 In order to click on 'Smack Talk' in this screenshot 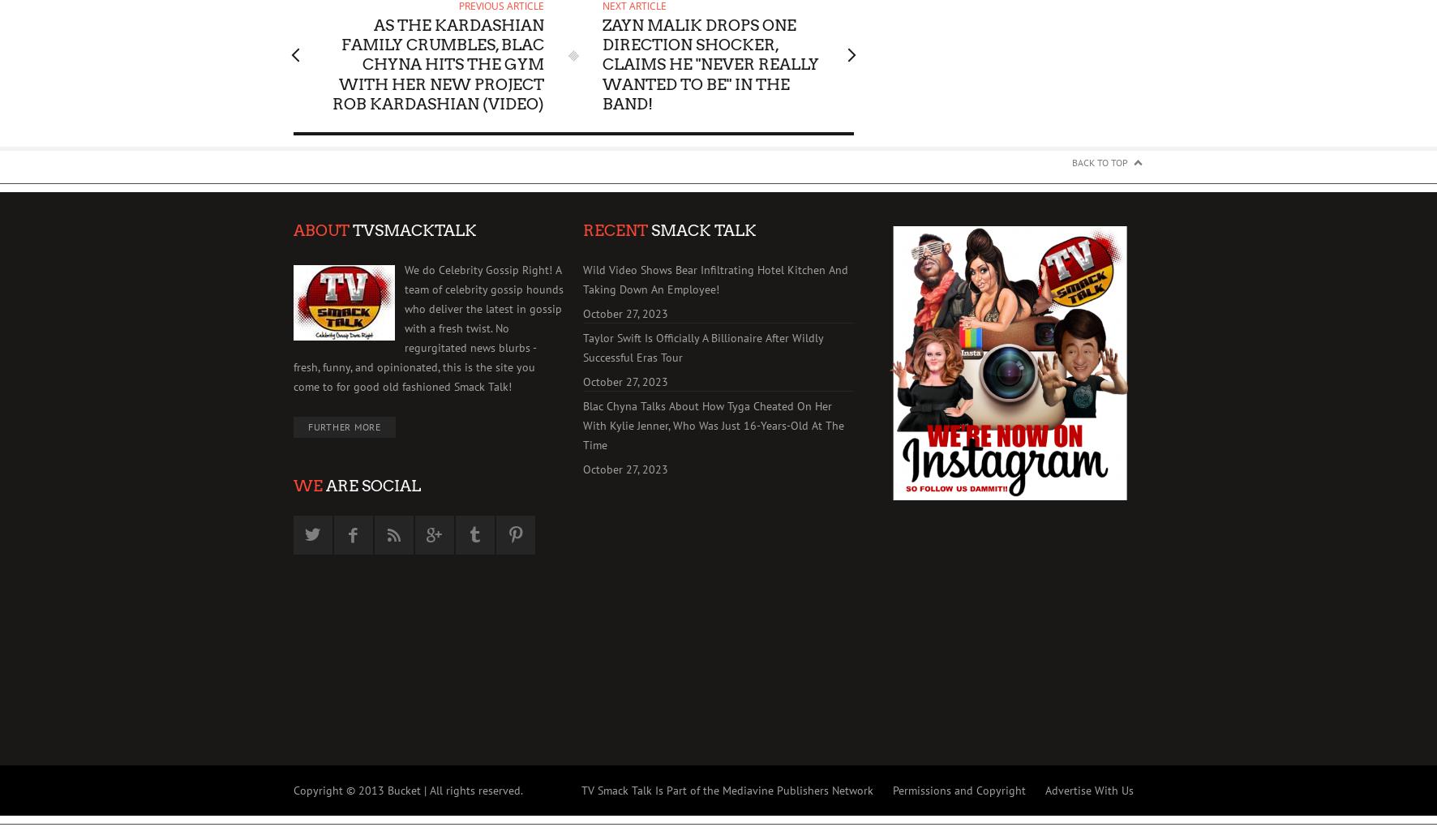, I will do `click(647, 229)`.